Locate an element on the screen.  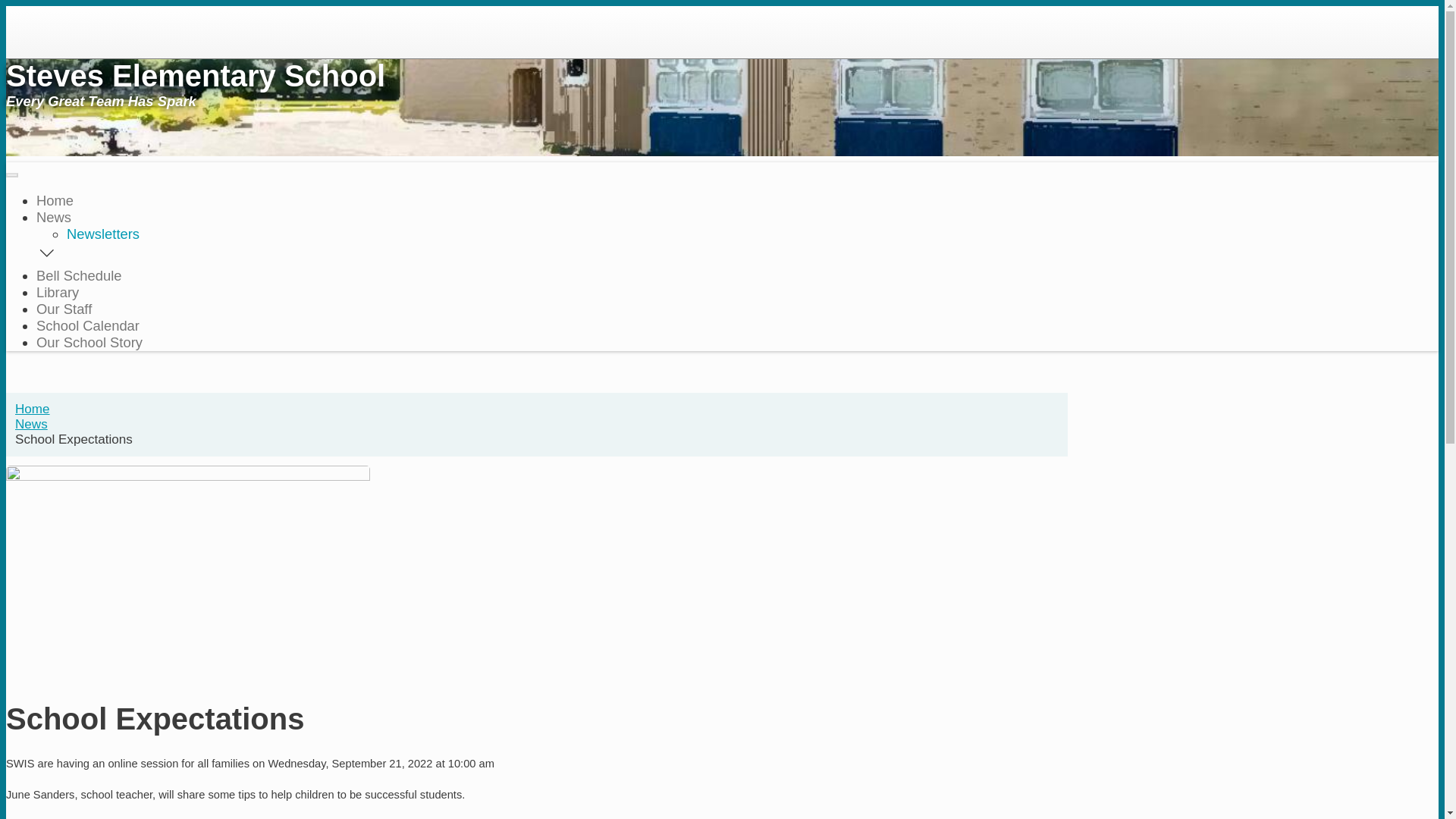
'Our School Story' is located at coordinates (89, 342).